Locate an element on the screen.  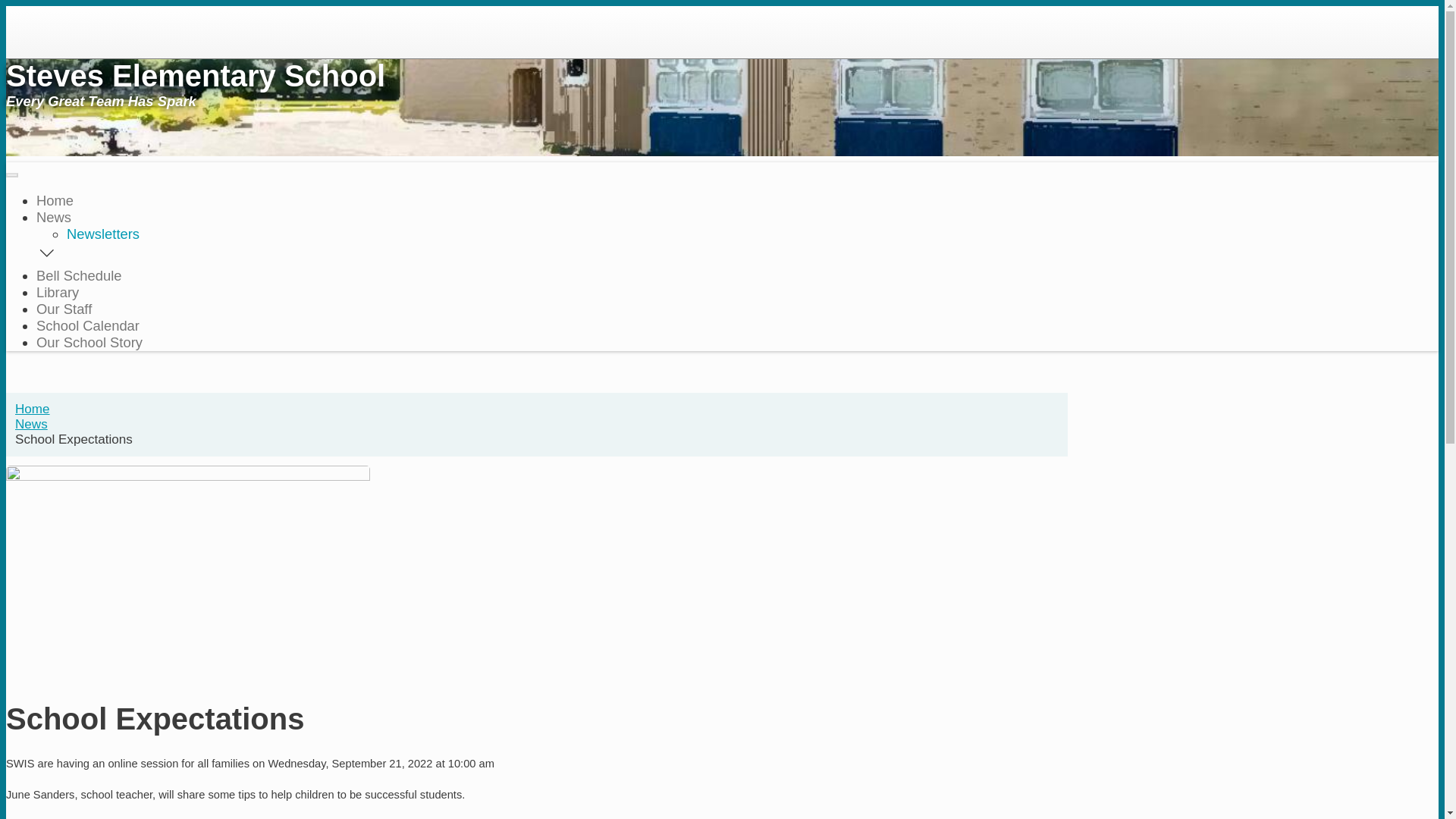
'Our School Story' is located at coordinates (89, 342).